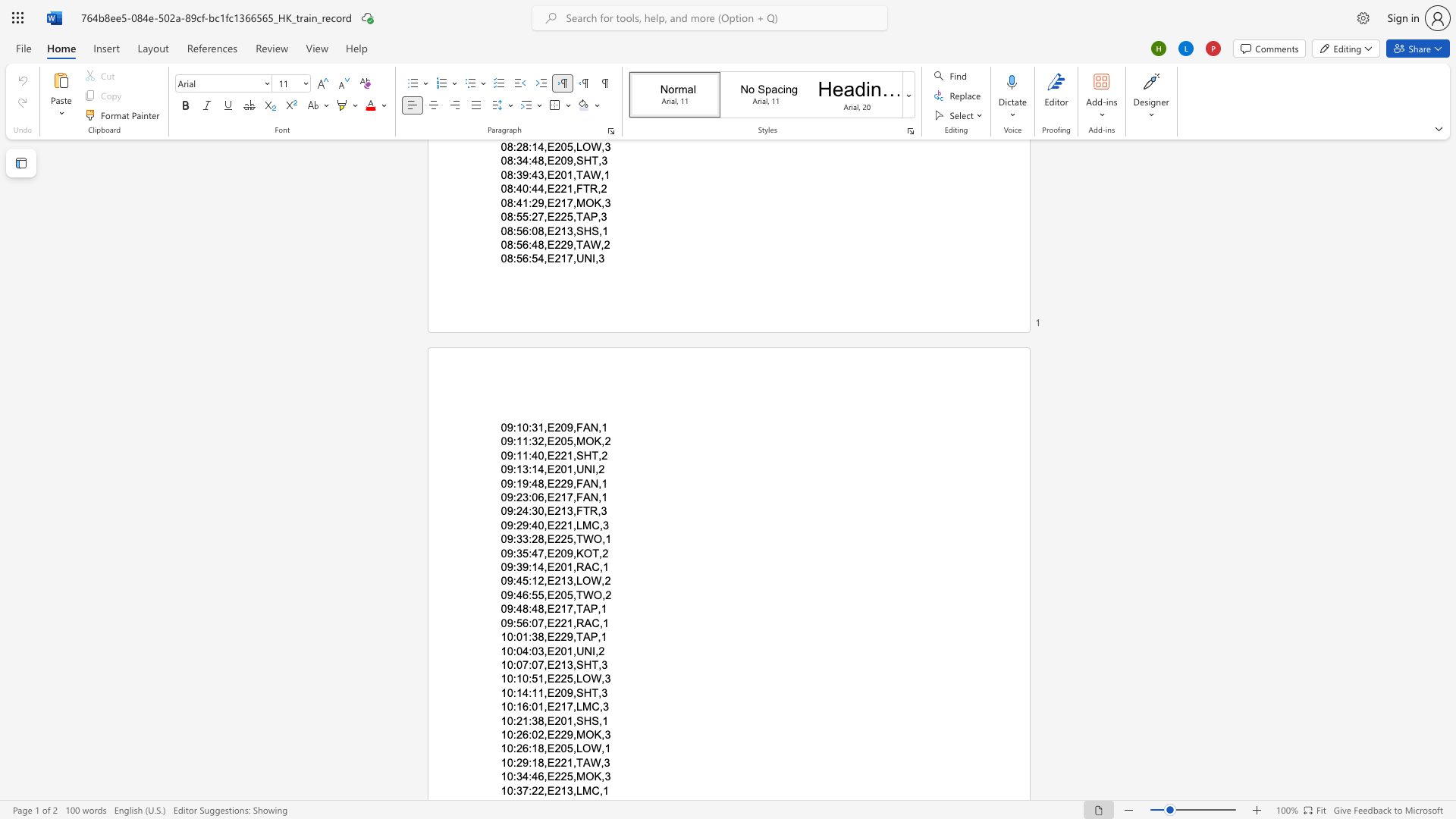 The image size is (1456, 819). I want to click on the subset text "S," within the text "10:21:38,E201,SHS,1", so click(591, 720).